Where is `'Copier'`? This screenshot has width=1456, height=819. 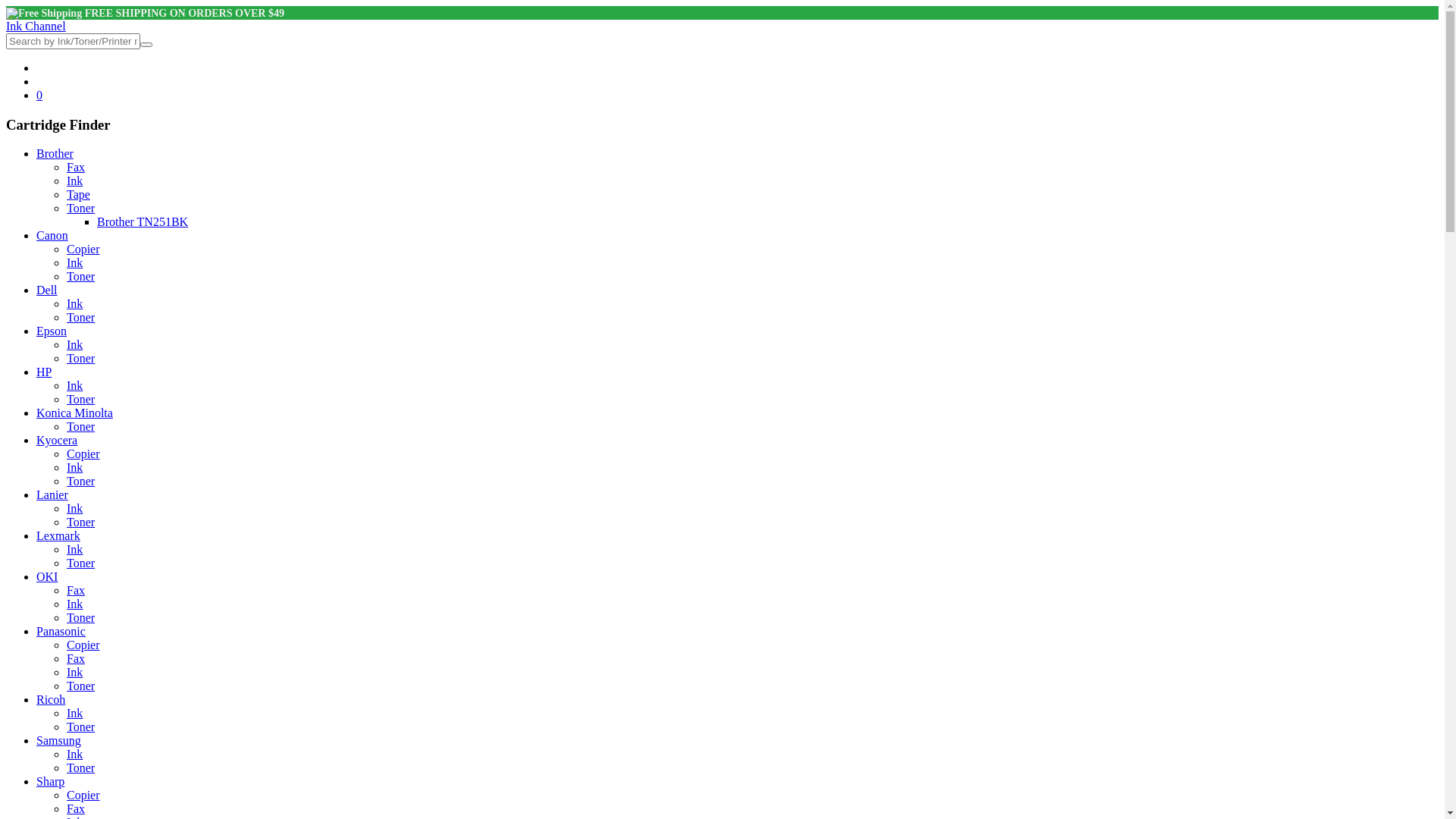
'Copier' is located at coordinates (83, 794).